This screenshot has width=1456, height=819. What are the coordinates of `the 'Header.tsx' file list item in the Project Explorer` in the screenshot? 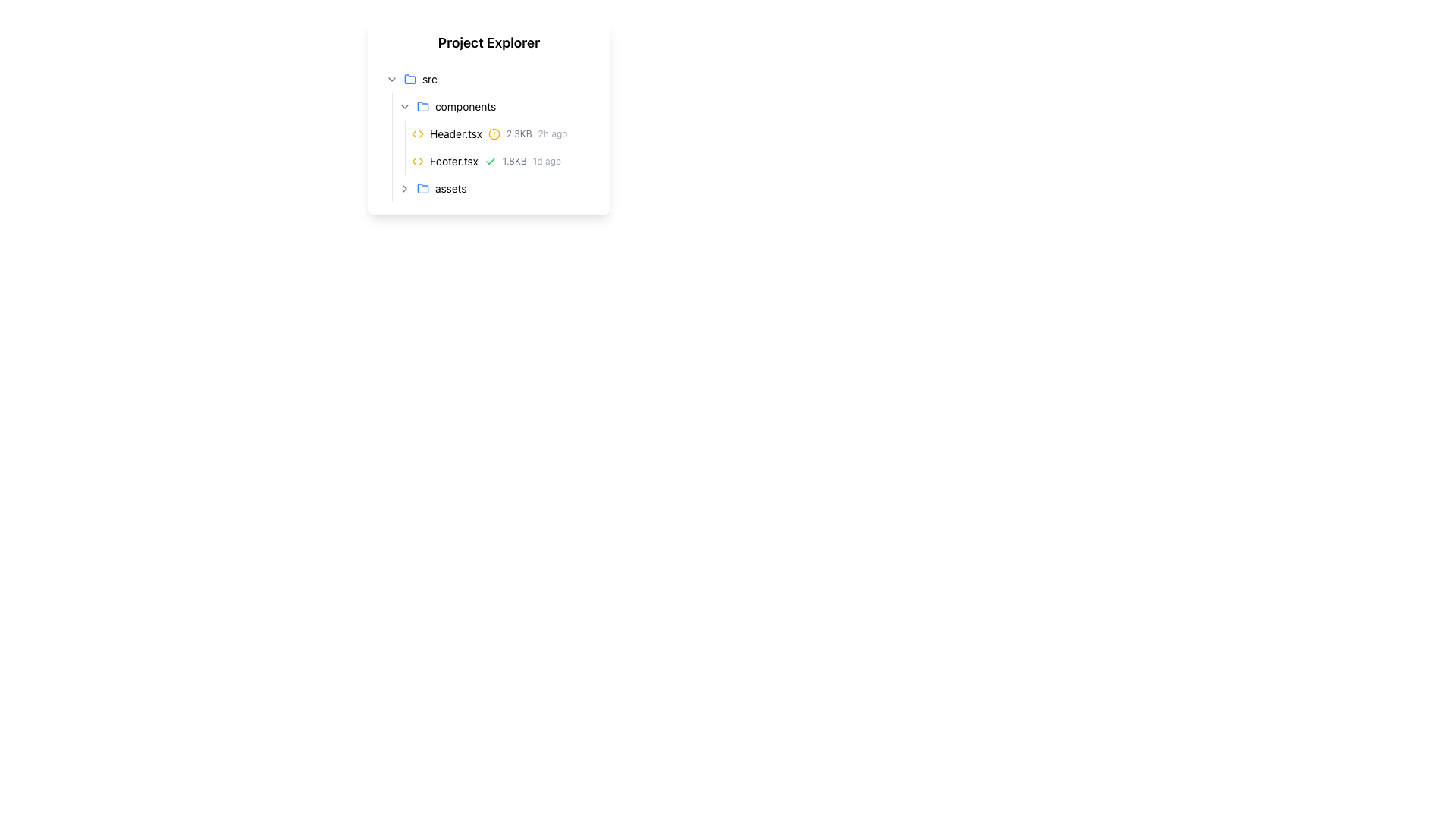 It's located at (502, 133).